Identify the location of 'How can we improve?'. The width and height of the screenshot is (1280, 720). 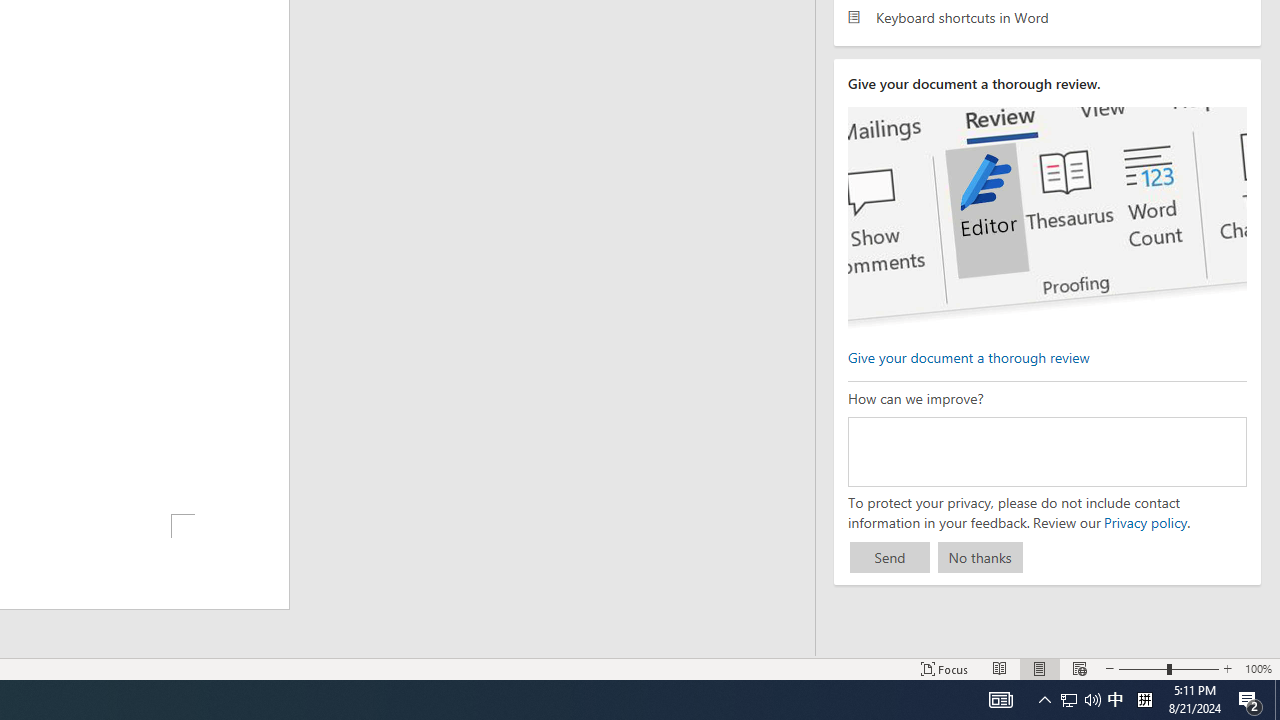
(1046, 451).